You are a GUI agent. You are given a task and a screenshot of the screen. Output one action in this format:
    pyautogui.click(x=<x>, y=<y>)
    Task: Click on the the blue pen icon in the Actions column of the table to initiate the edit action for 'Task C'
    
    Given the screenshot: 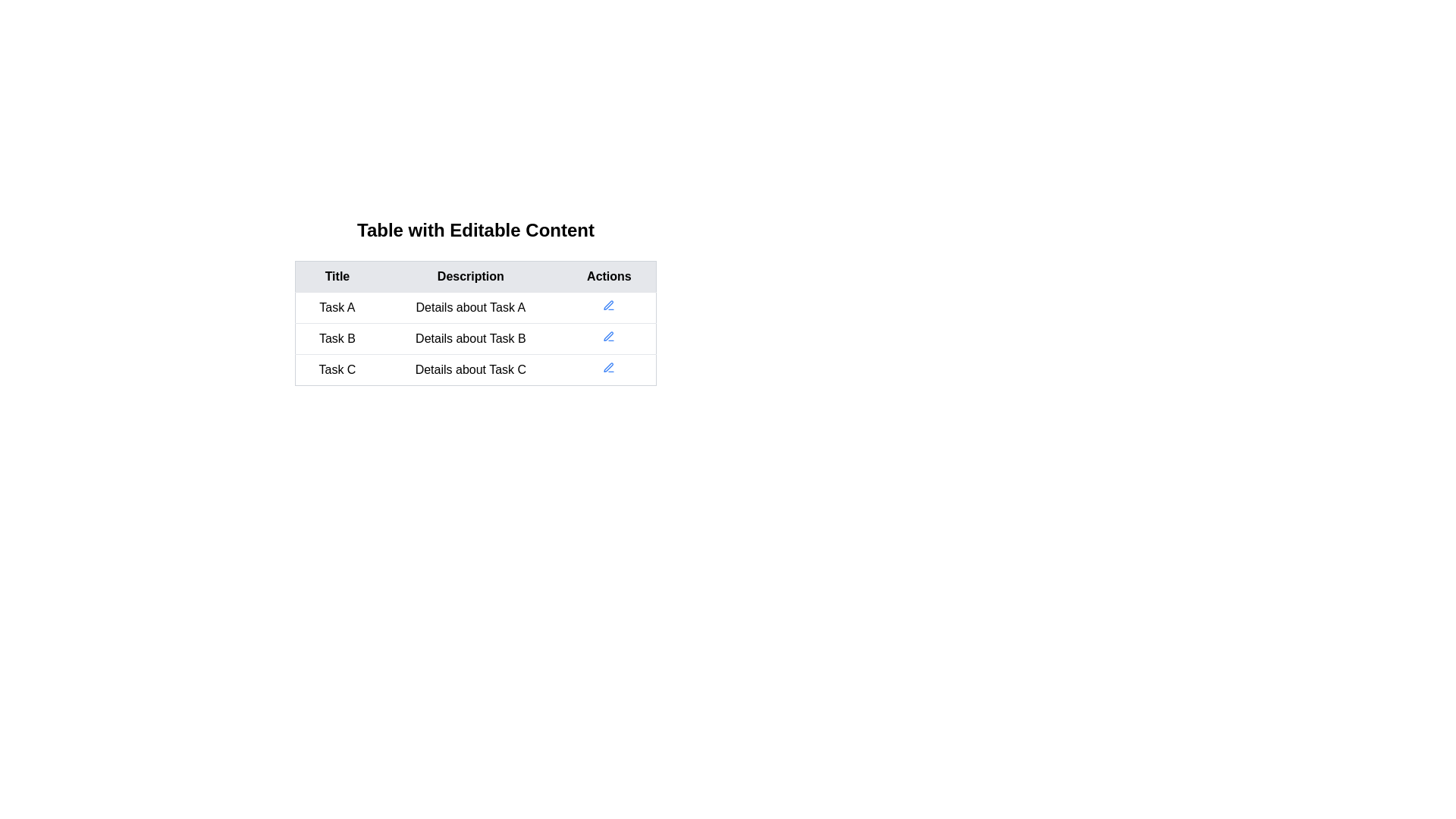 What is the action you would take?
    pyautogui.click(x=609, y=370)
    